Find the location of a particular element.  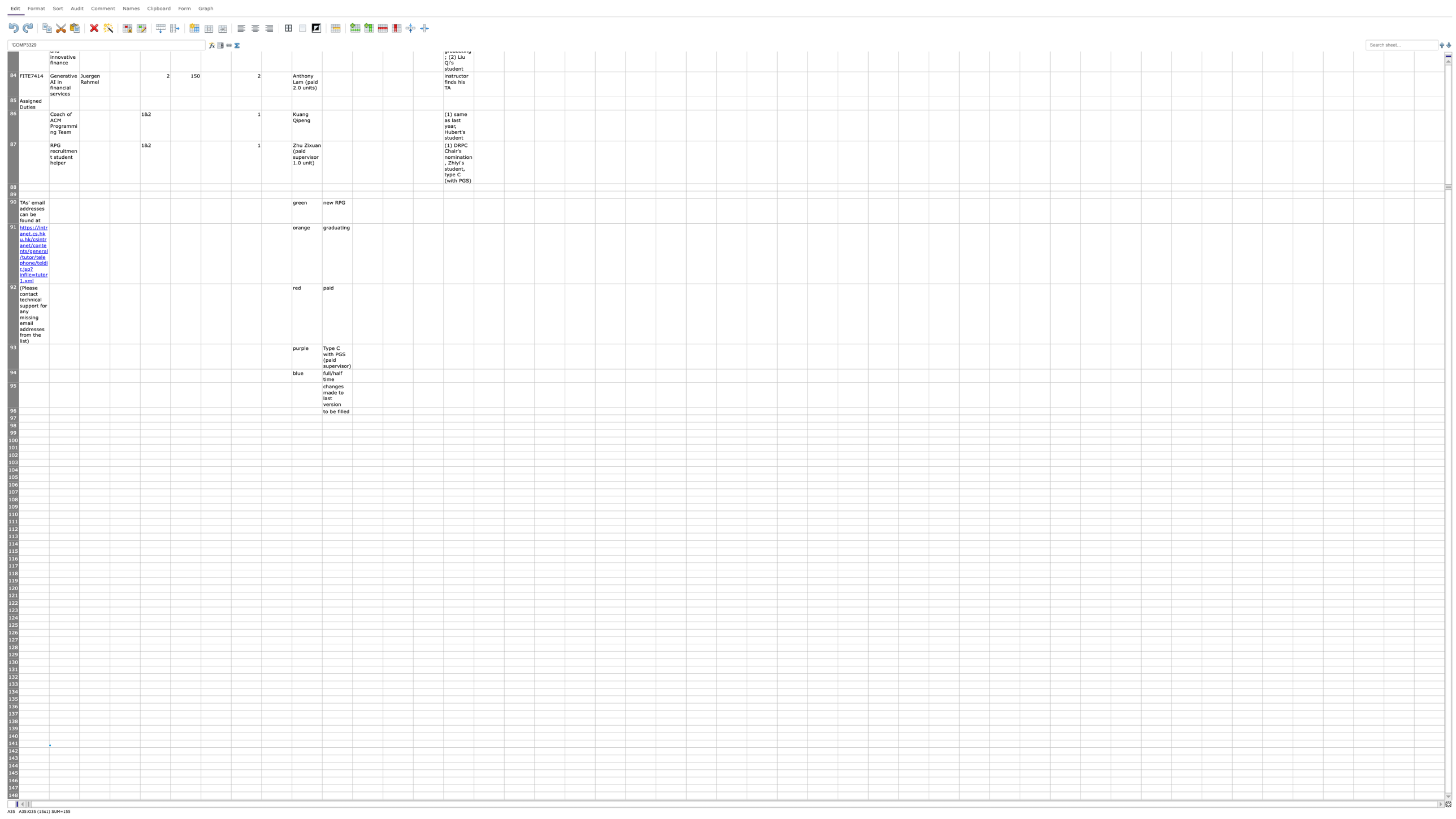

row 136's resize area is located at coordinates (13, 710).